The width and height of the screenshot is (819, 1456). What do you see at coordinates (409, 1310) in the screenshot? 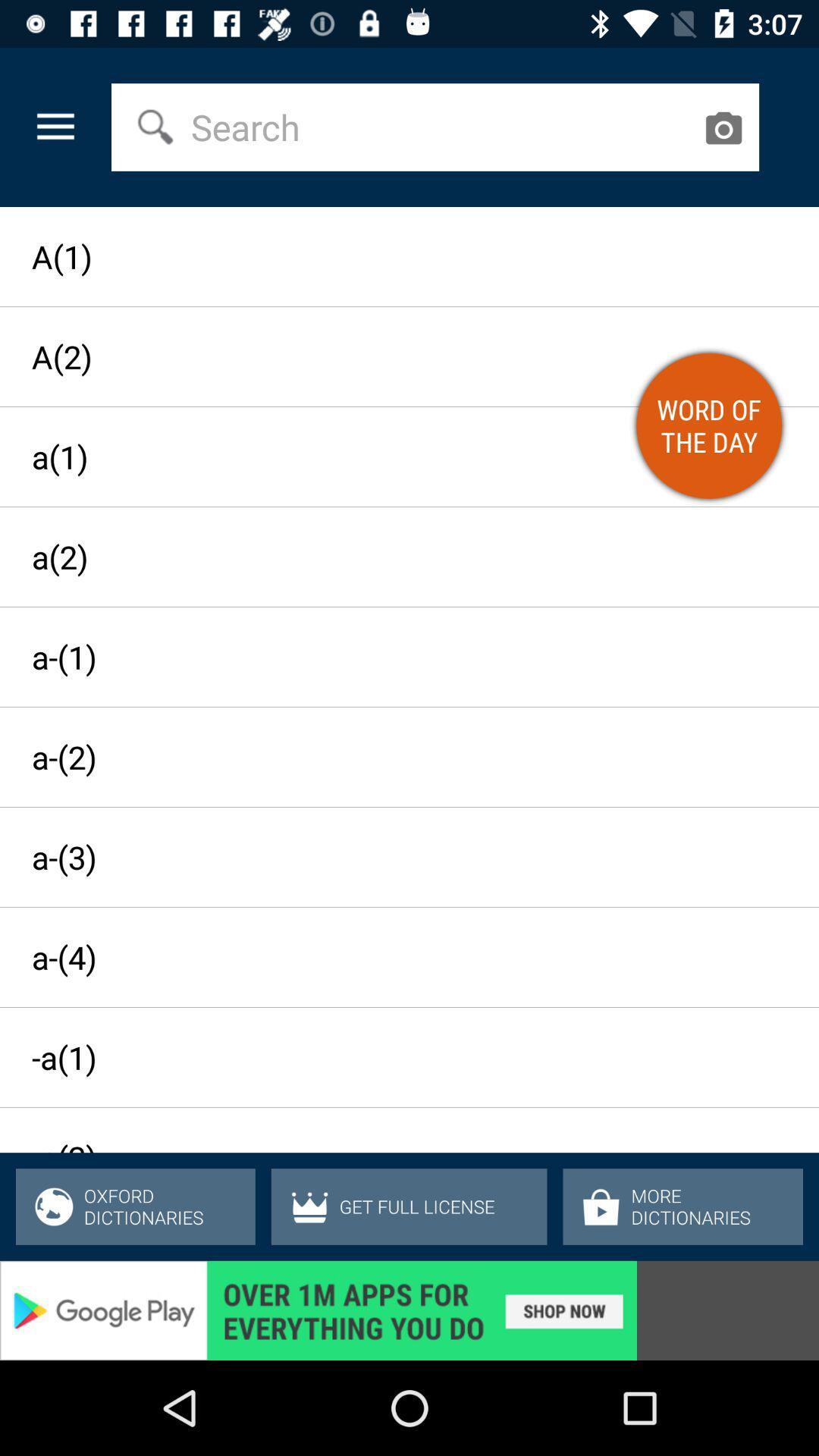
I see `advertisement link` at bounding box center [409, 1310].